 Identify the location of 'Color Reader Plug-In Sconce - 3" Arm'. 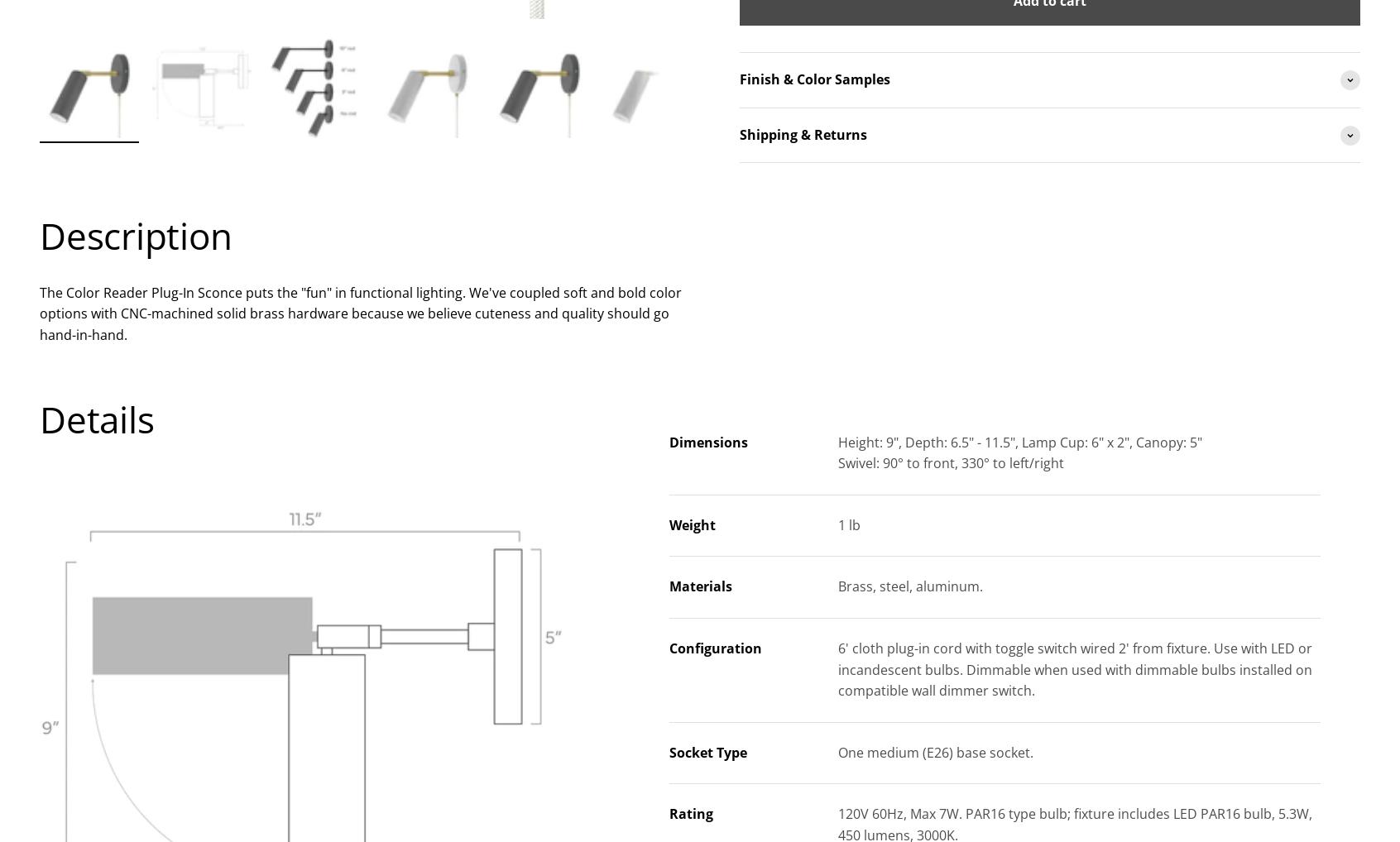
(1143, 739).